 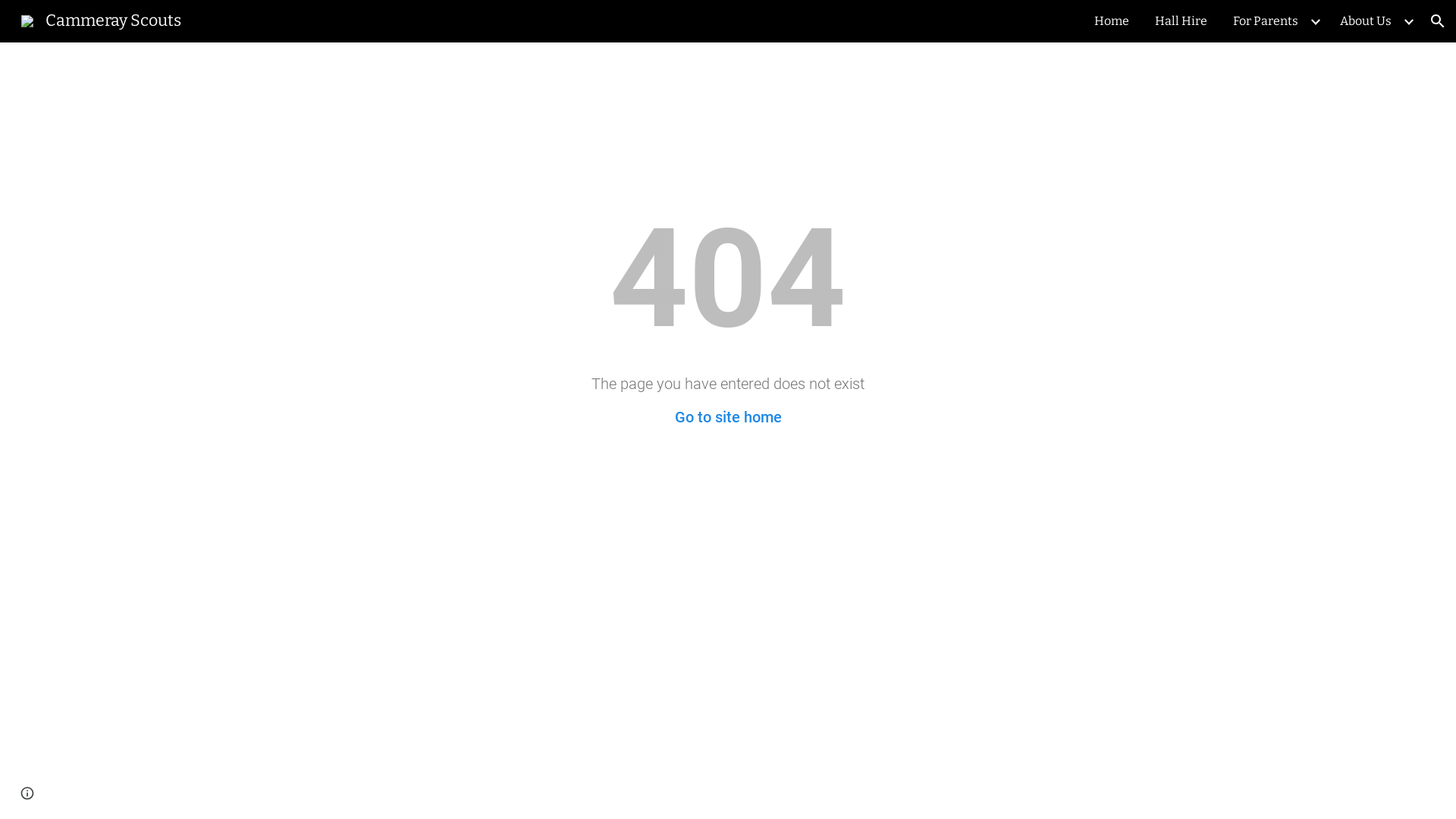 What do you see at coordinates (673, 417) in the screenshot?
I see `'Go to site home'` at bounding box center [673, 417].